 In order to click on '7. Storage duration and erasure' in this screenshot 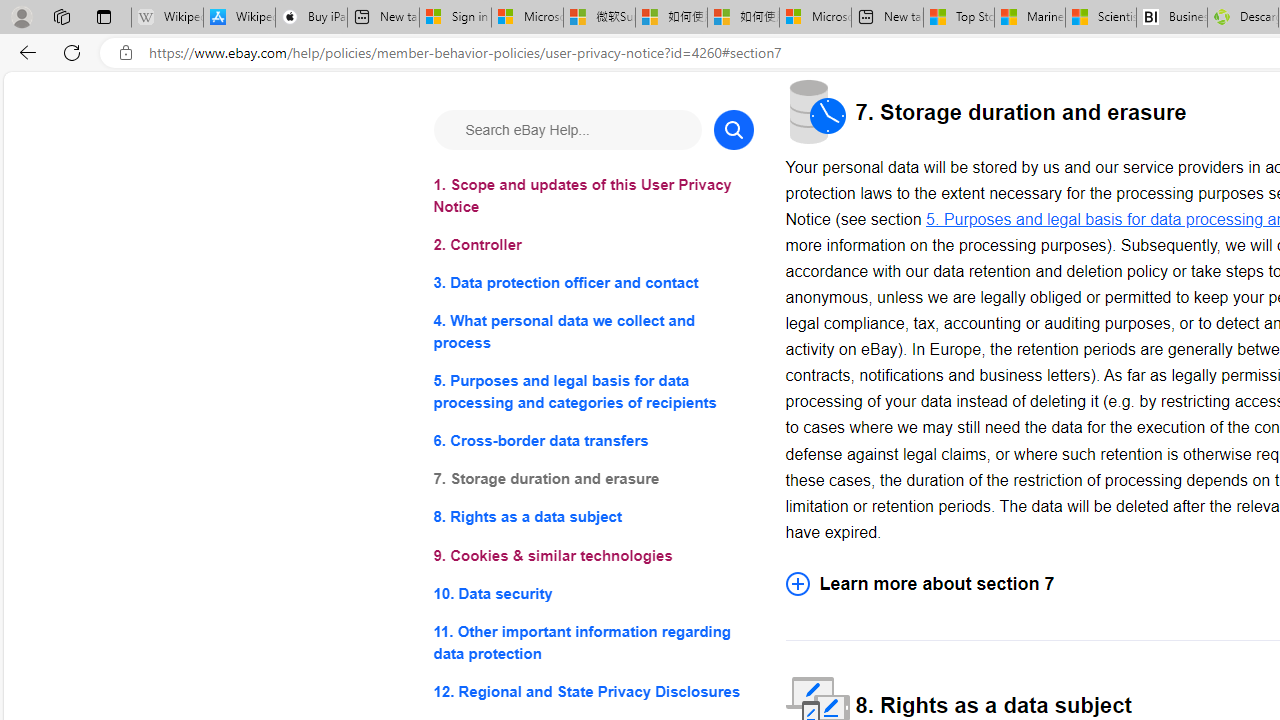, I will do `click(592, 479)`.